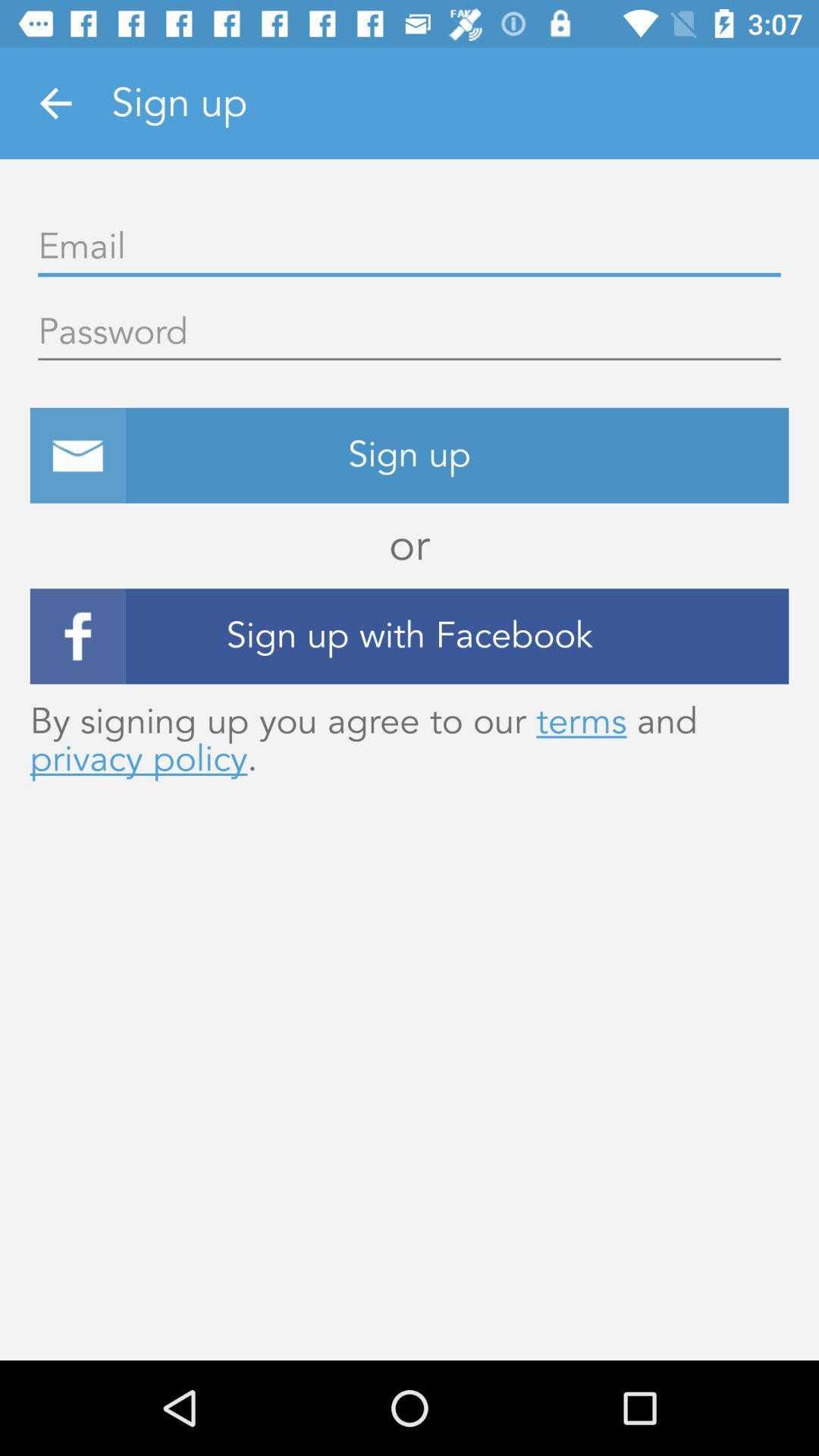 Image resolution: width=819 pixels, height=1456 pixels. What do you see at coordinates (409, 740) in the screenshot?
I see `the by signing up` at bounding box center [409, 740].